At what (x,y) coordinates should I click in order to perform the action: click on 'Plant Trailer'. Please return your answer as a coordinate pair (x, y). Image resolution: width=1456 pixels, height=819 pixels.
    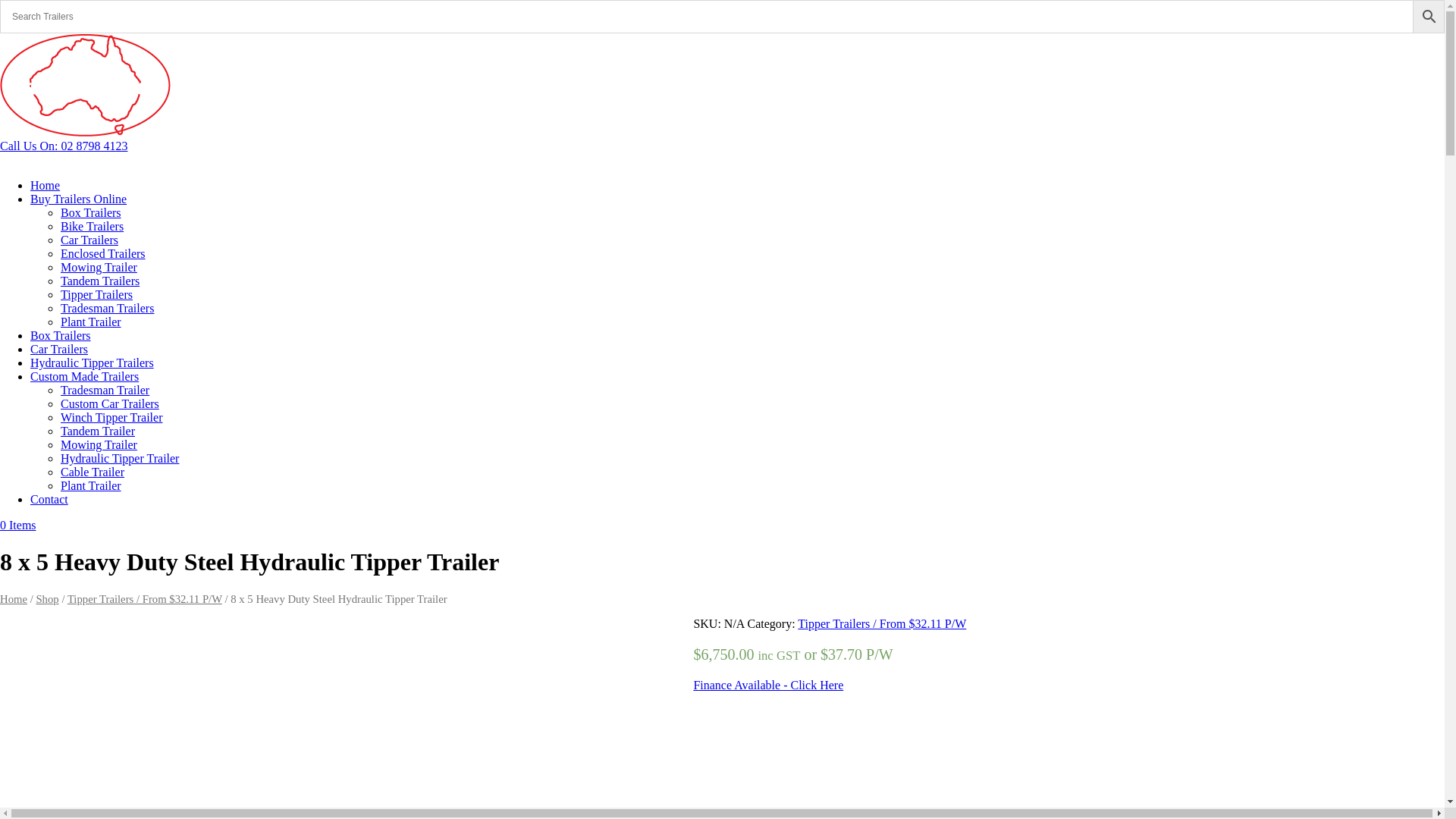
    Looking at the image, I should click on (61, 485).